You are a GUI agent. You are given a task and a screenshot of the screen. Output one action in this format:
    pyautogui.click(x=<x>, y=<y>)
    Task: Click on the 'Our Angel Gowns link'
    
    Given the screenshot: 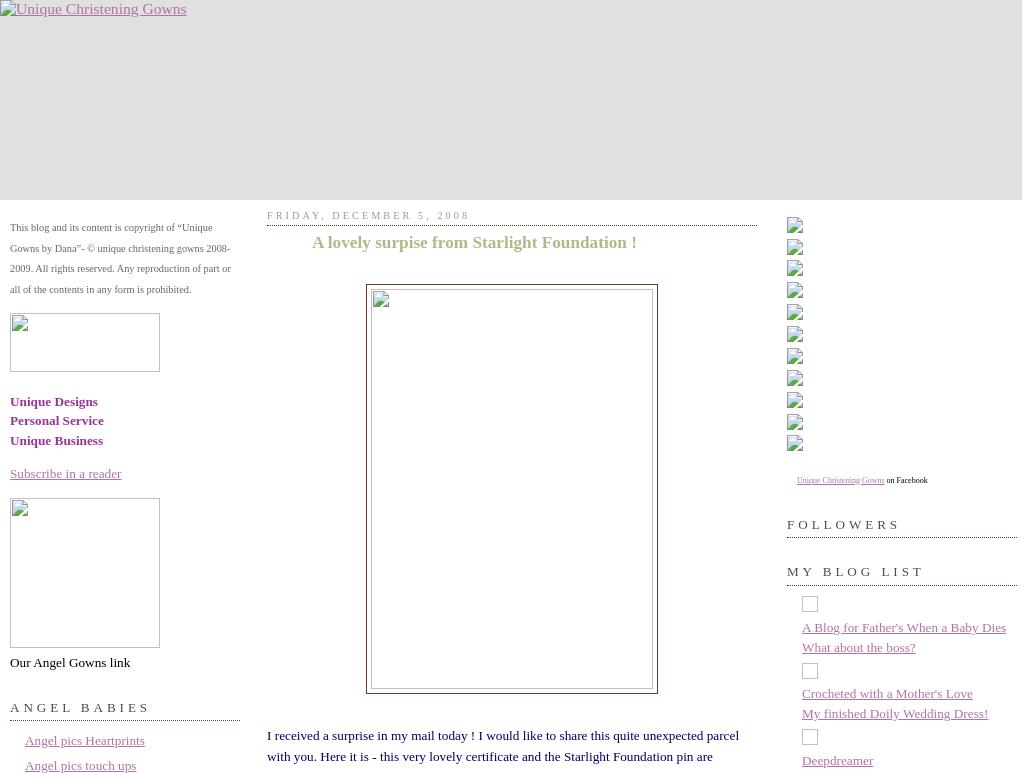 What is the action you would take?
    pyautogui.click(x=69, y=662)
    